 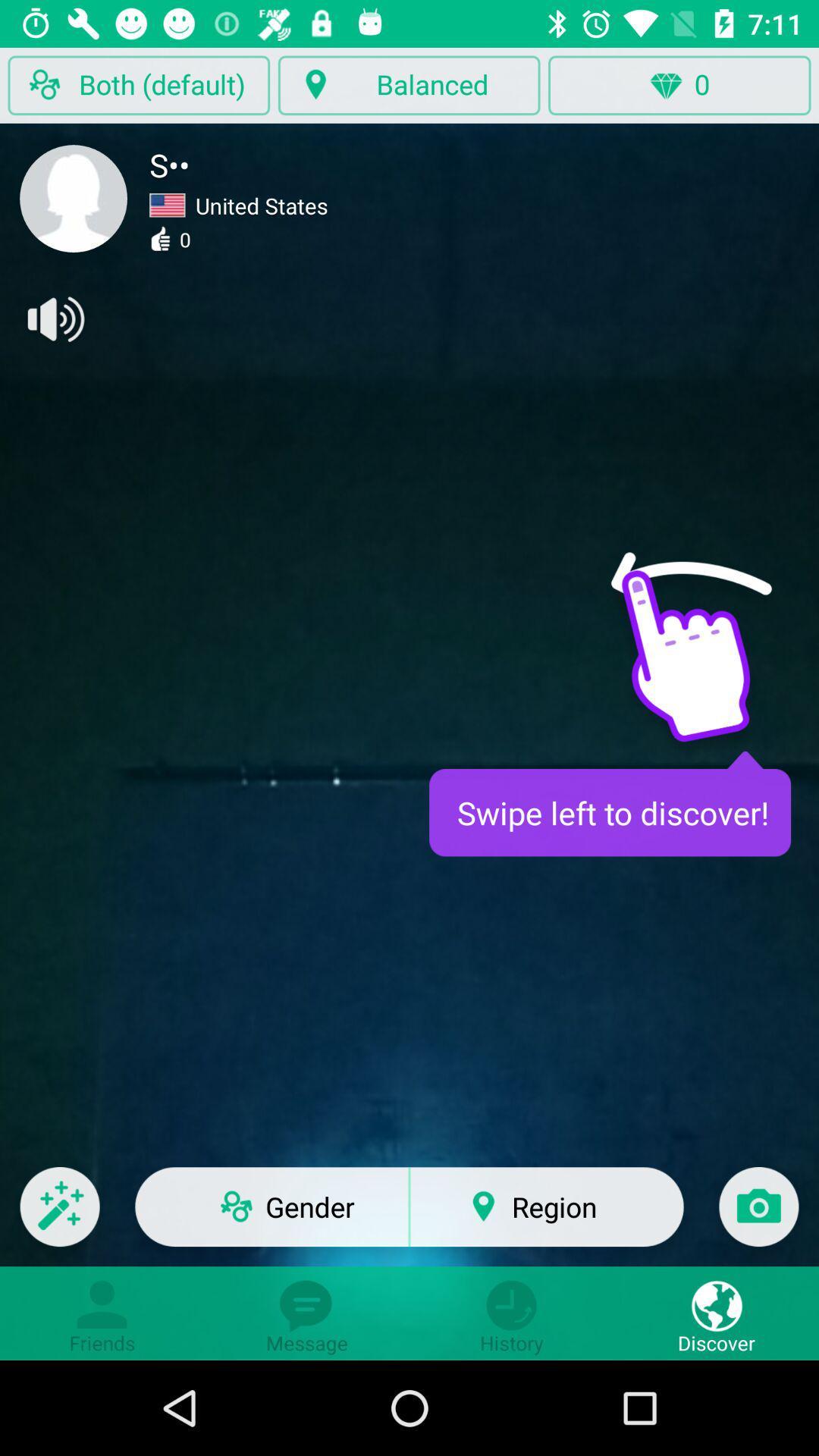 What do you see at coordinates (54, 318) in the screenshot?
I see `sound on sound off` at bounding box center [54, 318].